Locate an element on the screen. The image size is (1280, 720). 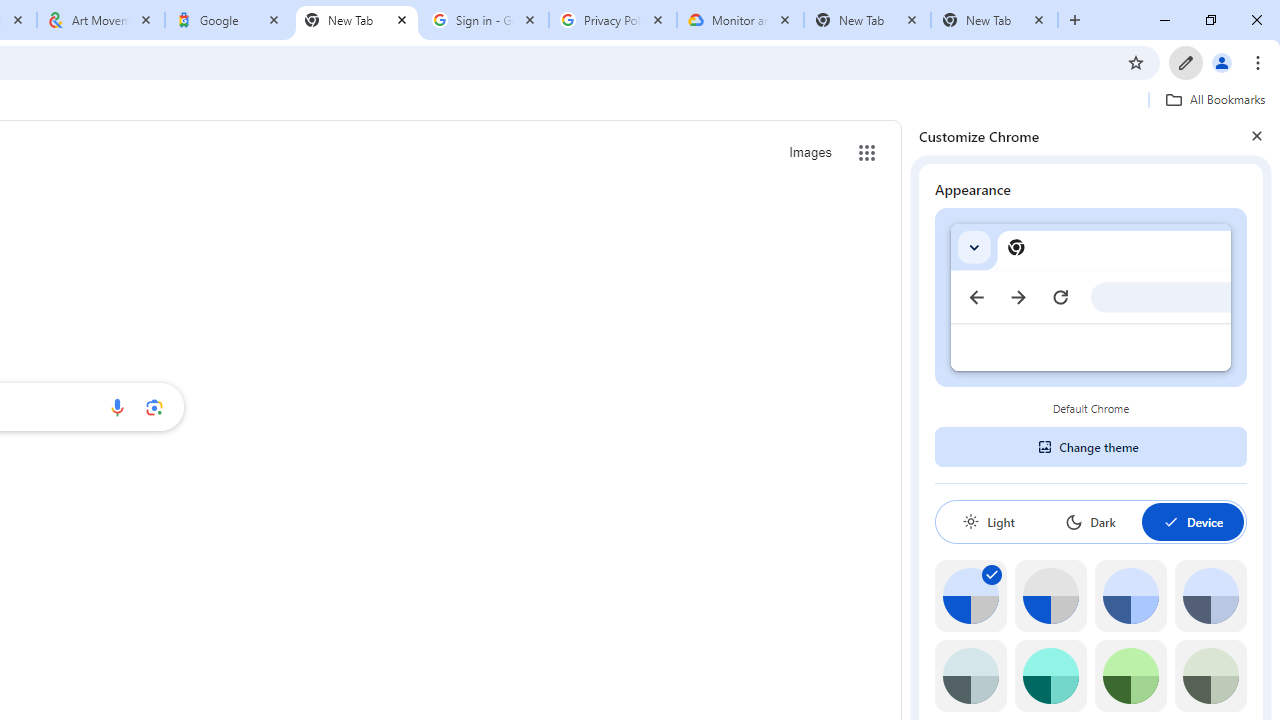
'Search for Images ' is located at coordinates (810, 152).